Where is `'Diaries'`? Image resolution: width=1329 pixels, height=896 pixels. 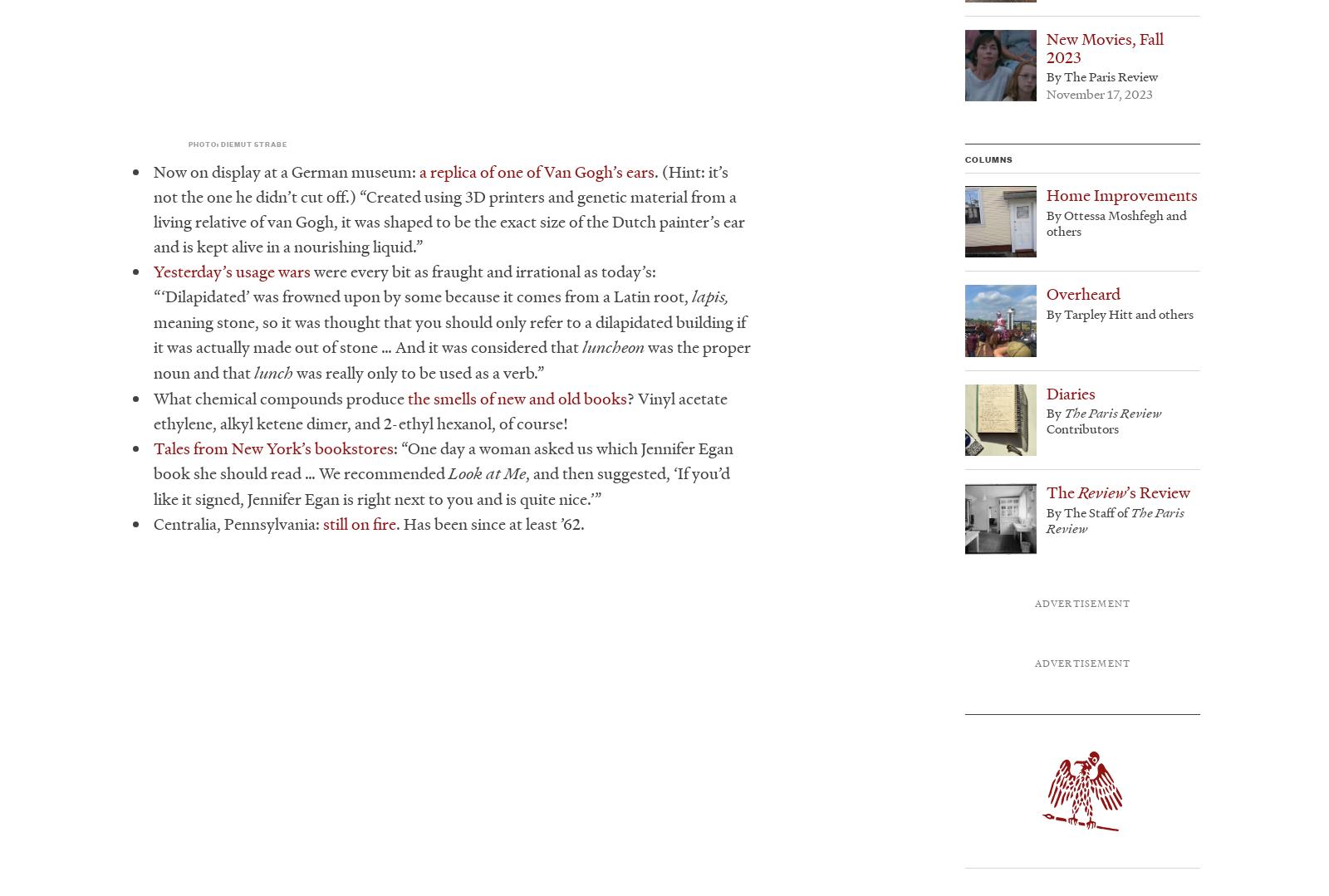
'Diaries' is located at coordinates (1070, 392).